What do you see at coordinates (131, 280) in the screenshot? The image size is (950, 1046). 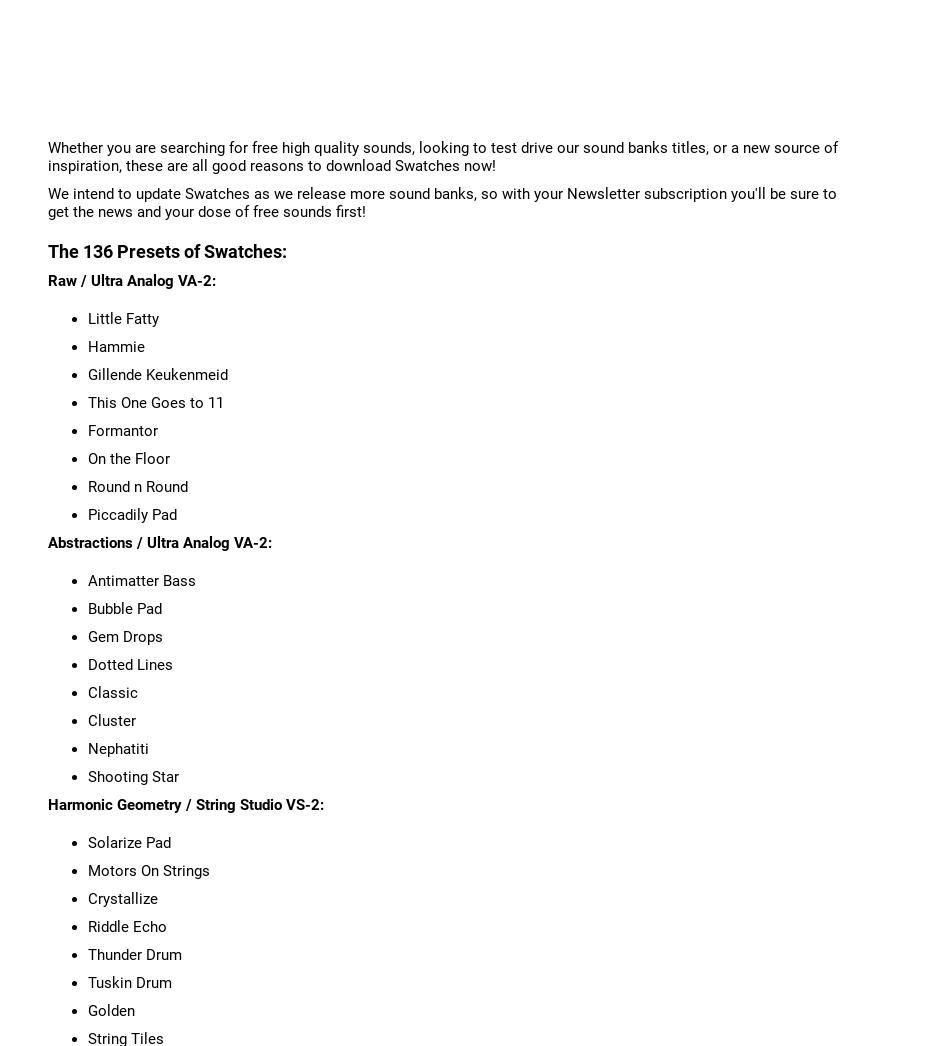 I see `'Raw / Ultra Analog VA-2:'` at bounding box center [131, 280].